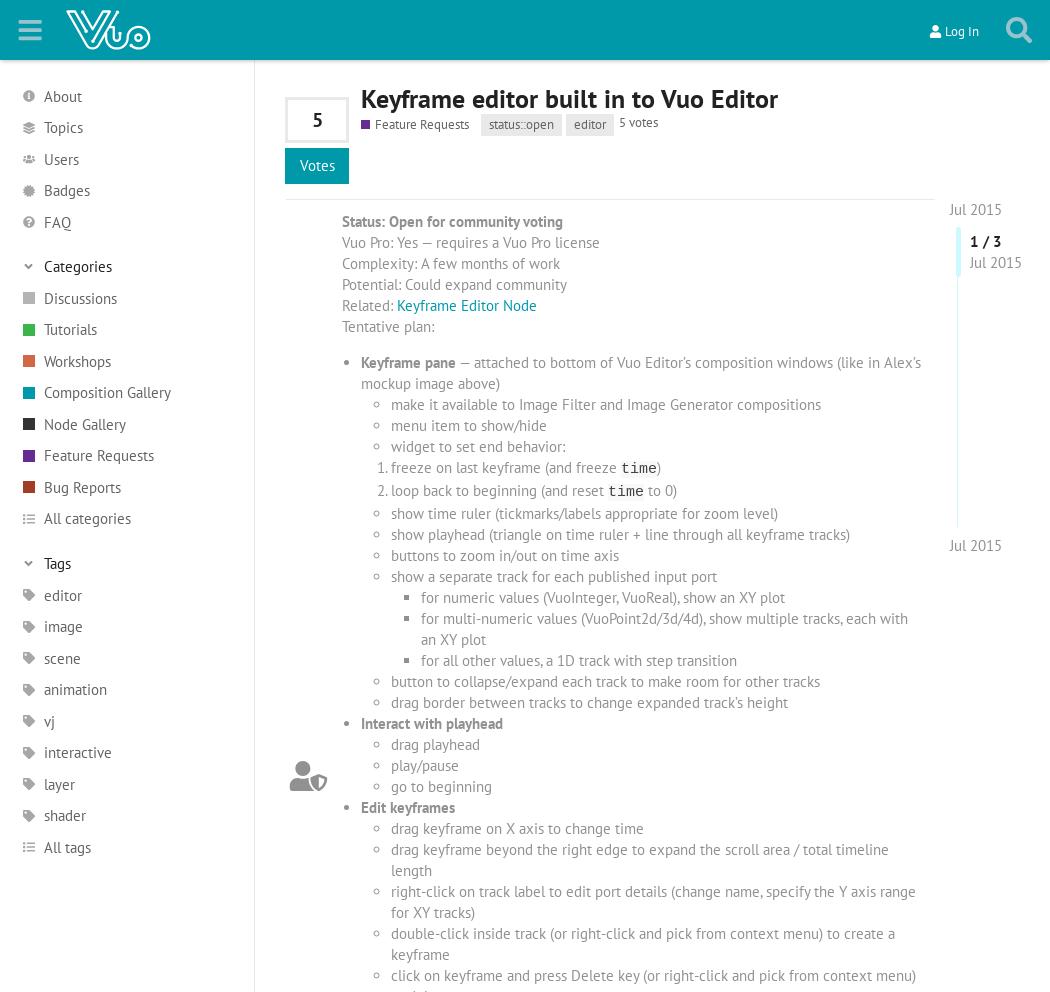 The image size is (1050, 992). What do you see at coordinates (77, 359) in the screenshot?
I see `'Workshops'` at bounding box center [77, 359].